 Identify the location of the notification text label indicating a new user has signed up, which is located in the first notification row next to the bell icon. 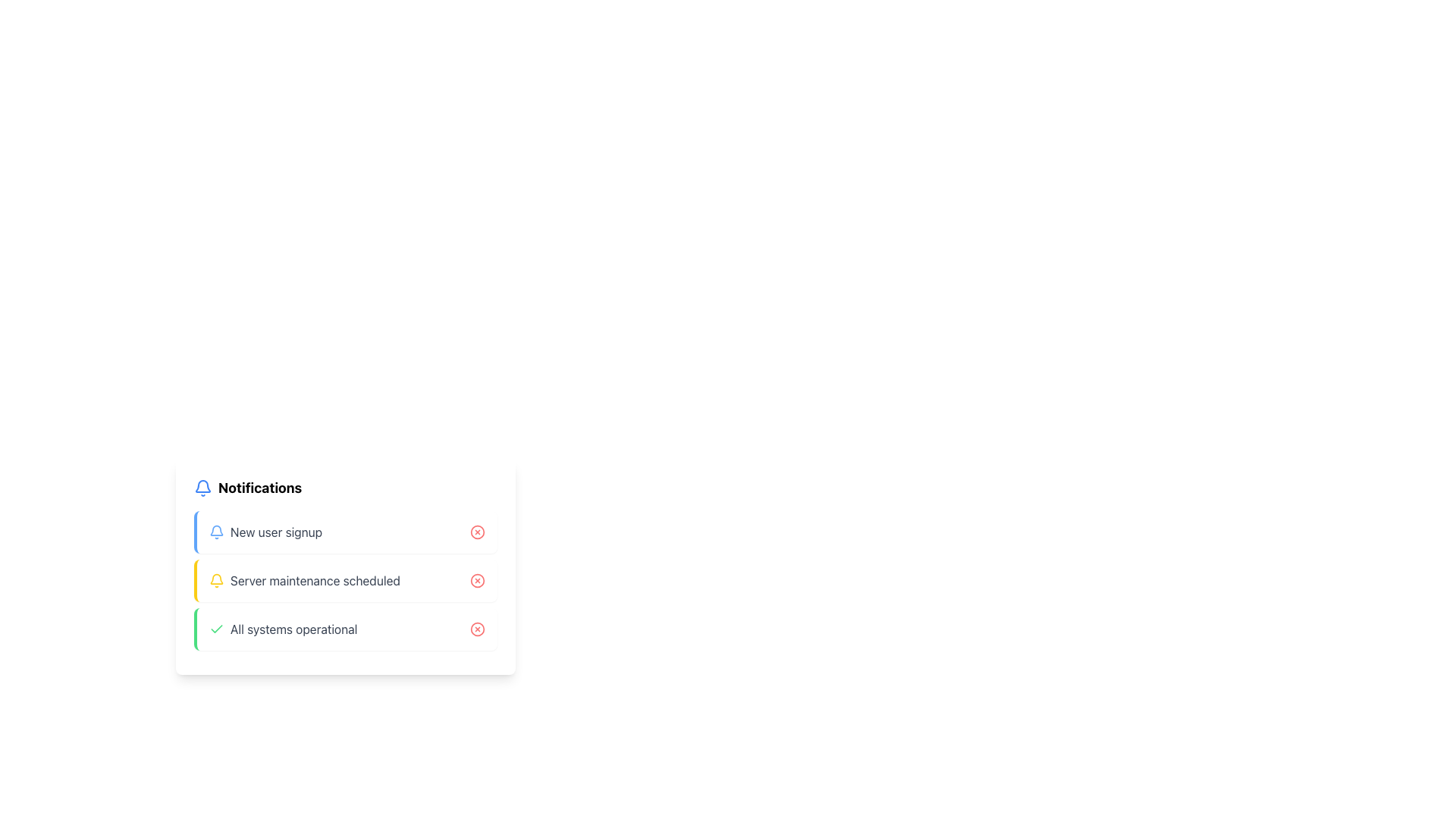
(276, 532).